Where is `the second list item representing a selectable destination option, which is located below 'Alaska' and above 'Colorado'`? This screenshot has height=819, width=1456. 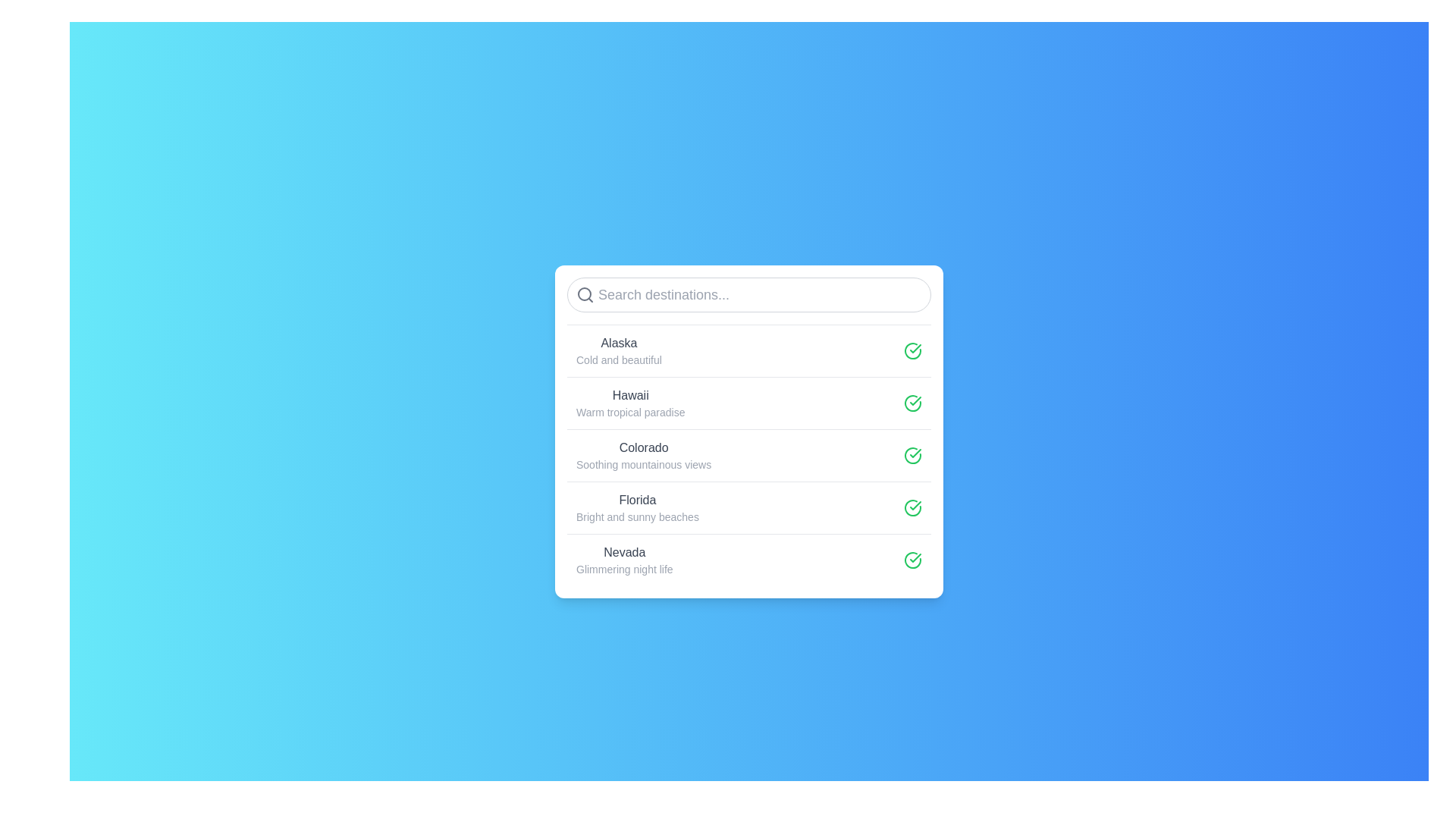 the second list item representing a selectable destination option, which is located below 'Alaska' and above 'Colorado' is located at coordinates (749, 402).